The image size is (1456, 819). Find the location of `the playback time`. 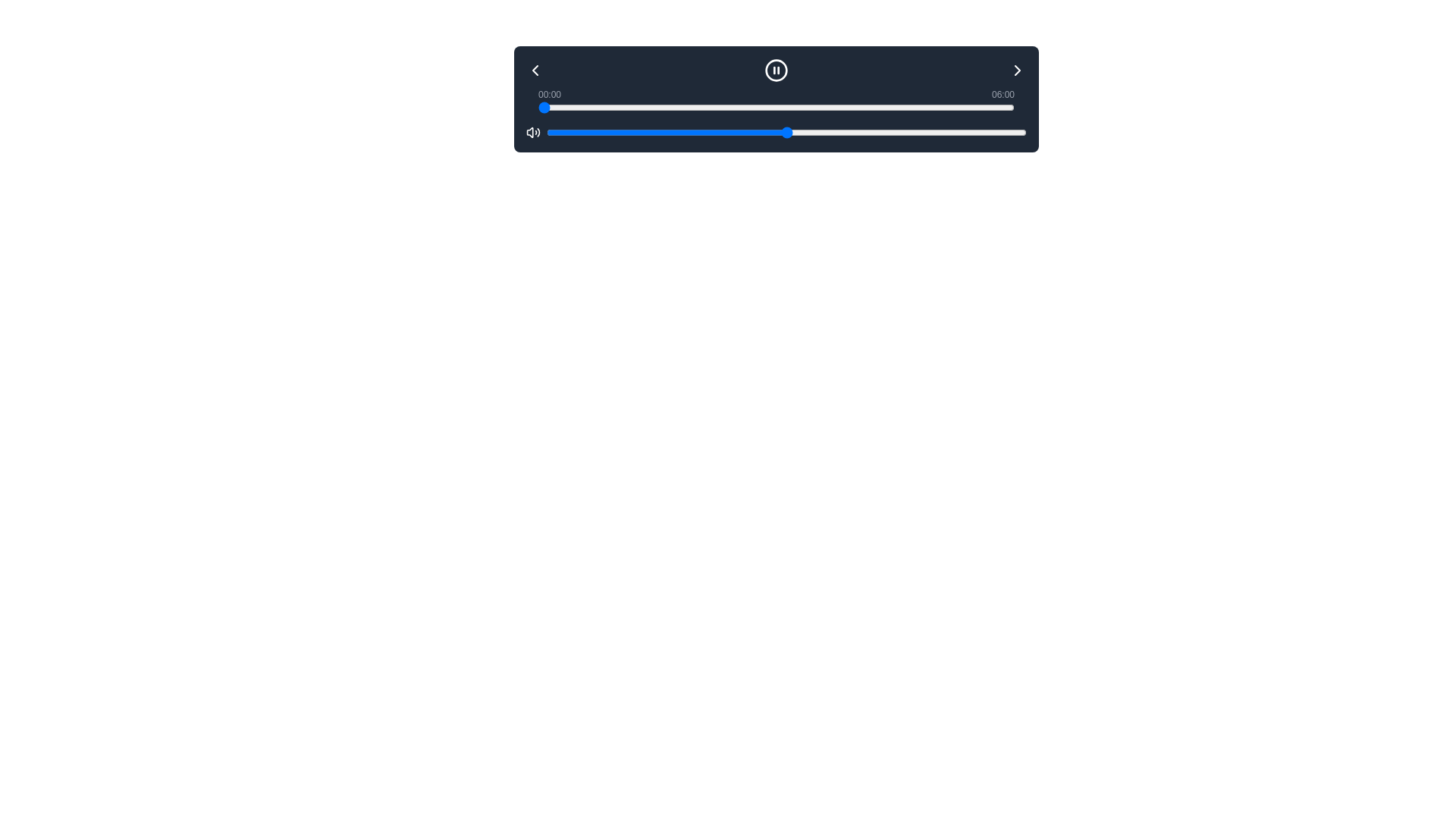

the playback time is located at coordinates (662, 107).